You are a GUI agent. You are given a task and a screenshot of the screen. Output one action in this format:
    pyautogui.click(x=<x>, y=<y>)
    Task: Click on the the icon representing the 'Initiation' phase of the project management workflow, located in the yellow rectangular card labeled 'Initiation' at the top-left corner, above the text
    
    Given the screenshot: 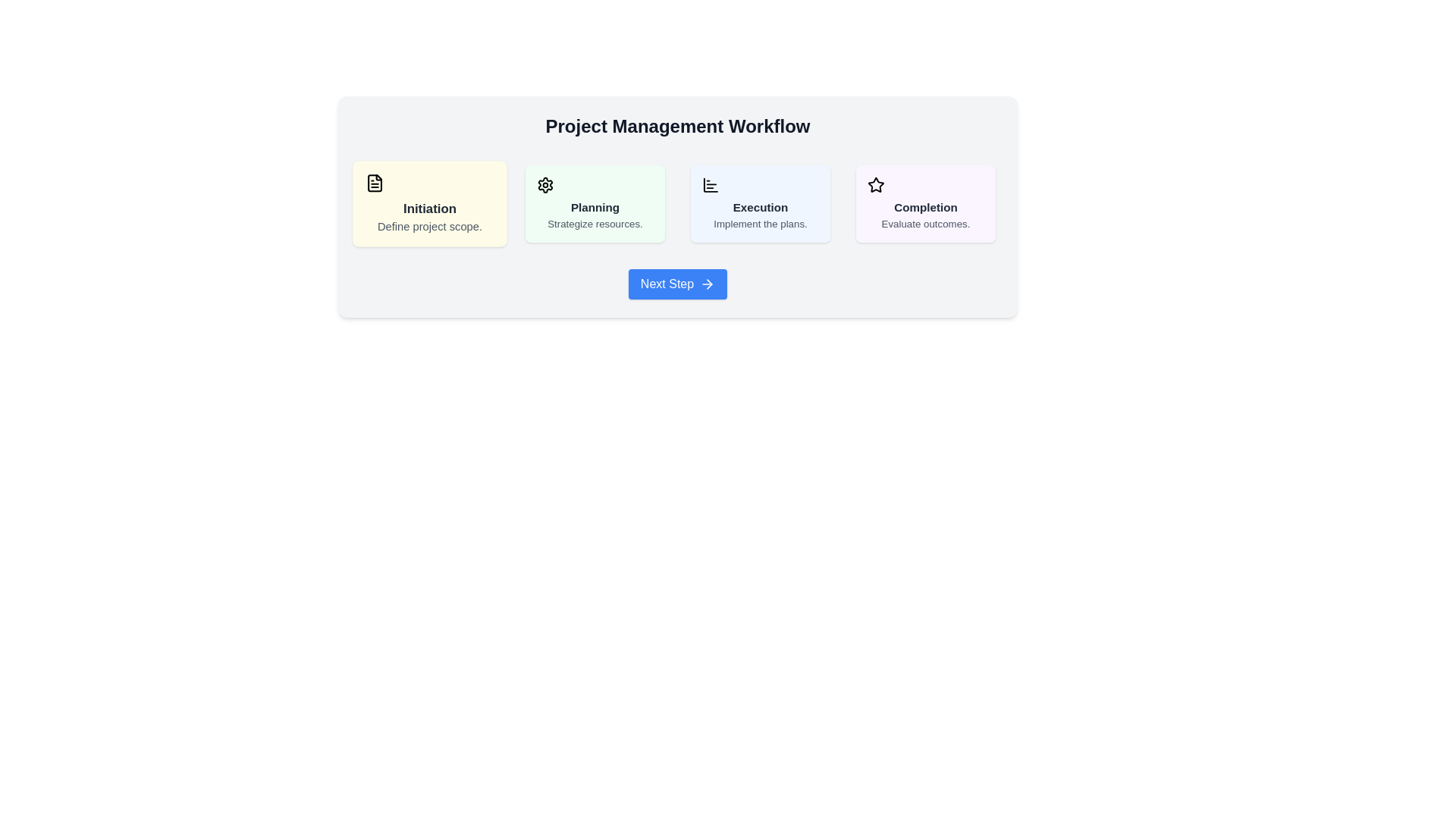 What is the action you would take?
    pyautogui.click(x=375, y=182)
    